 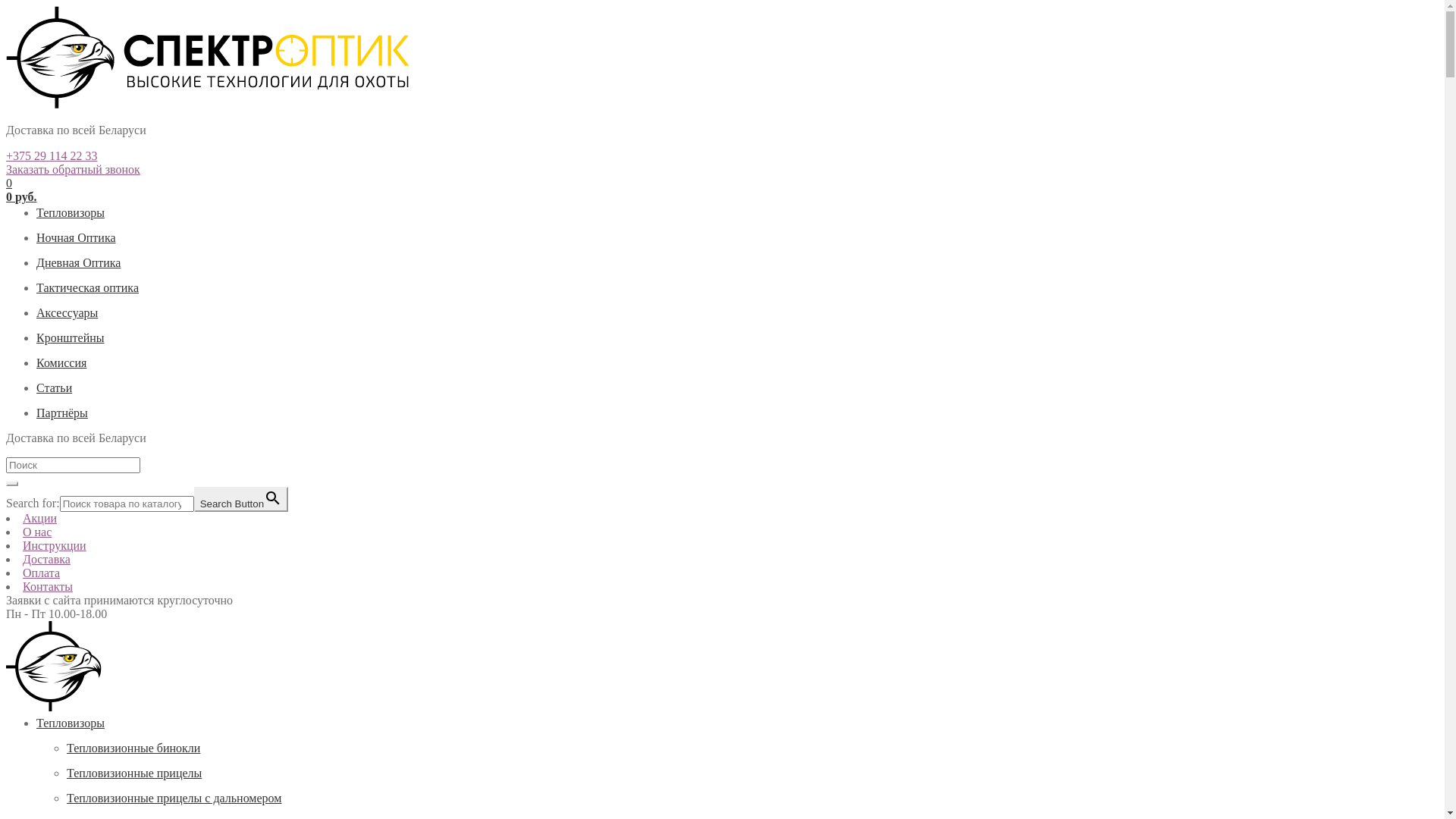 What do you see at coordinates (51, 155) in the screenshot?
I see `'+375 29 114 22 33'` at bounding box center [51, 155].